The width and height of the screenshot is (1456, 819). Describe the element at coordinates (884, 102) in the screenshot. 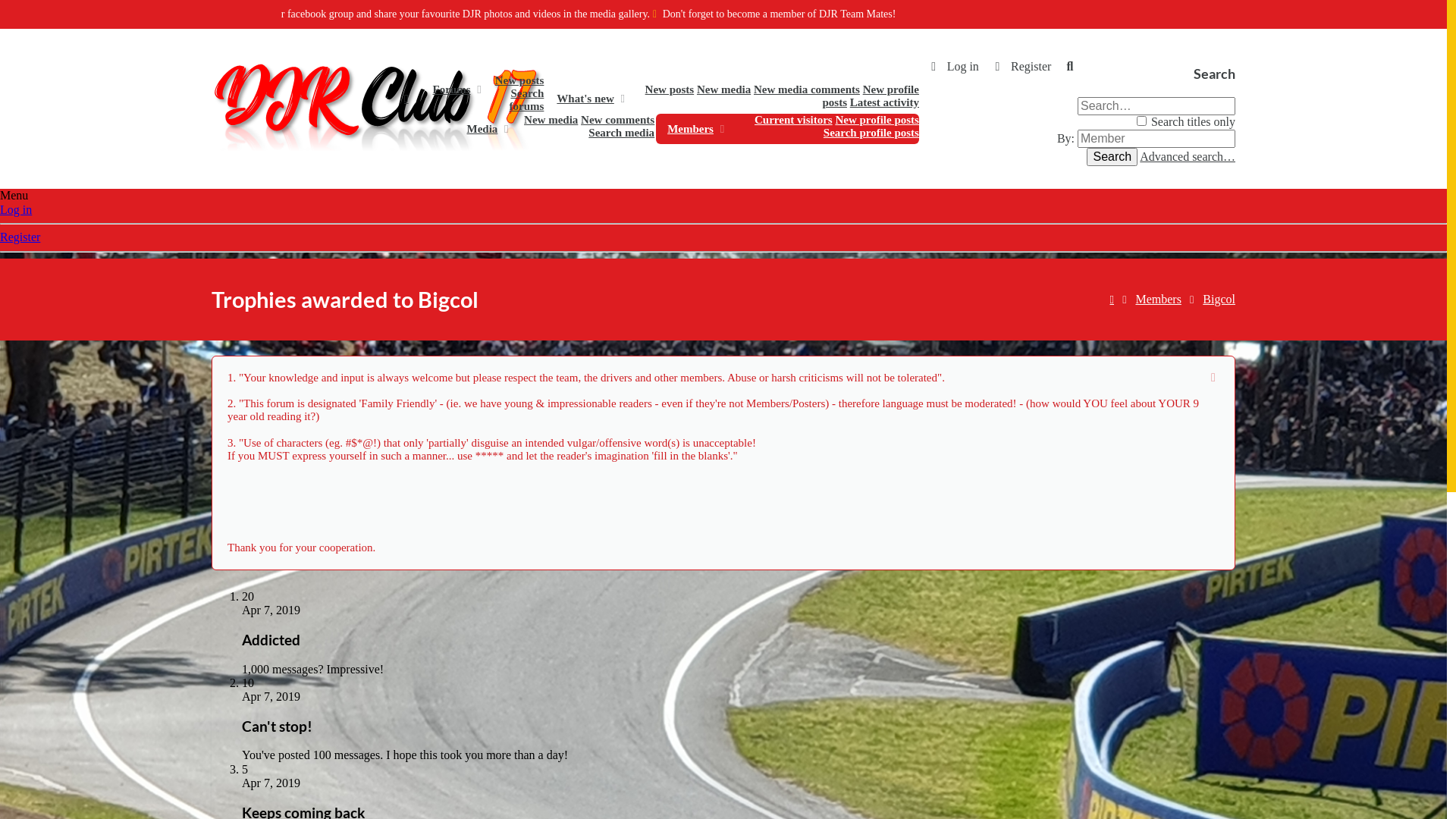

I see `'Latest activity'` at that location.